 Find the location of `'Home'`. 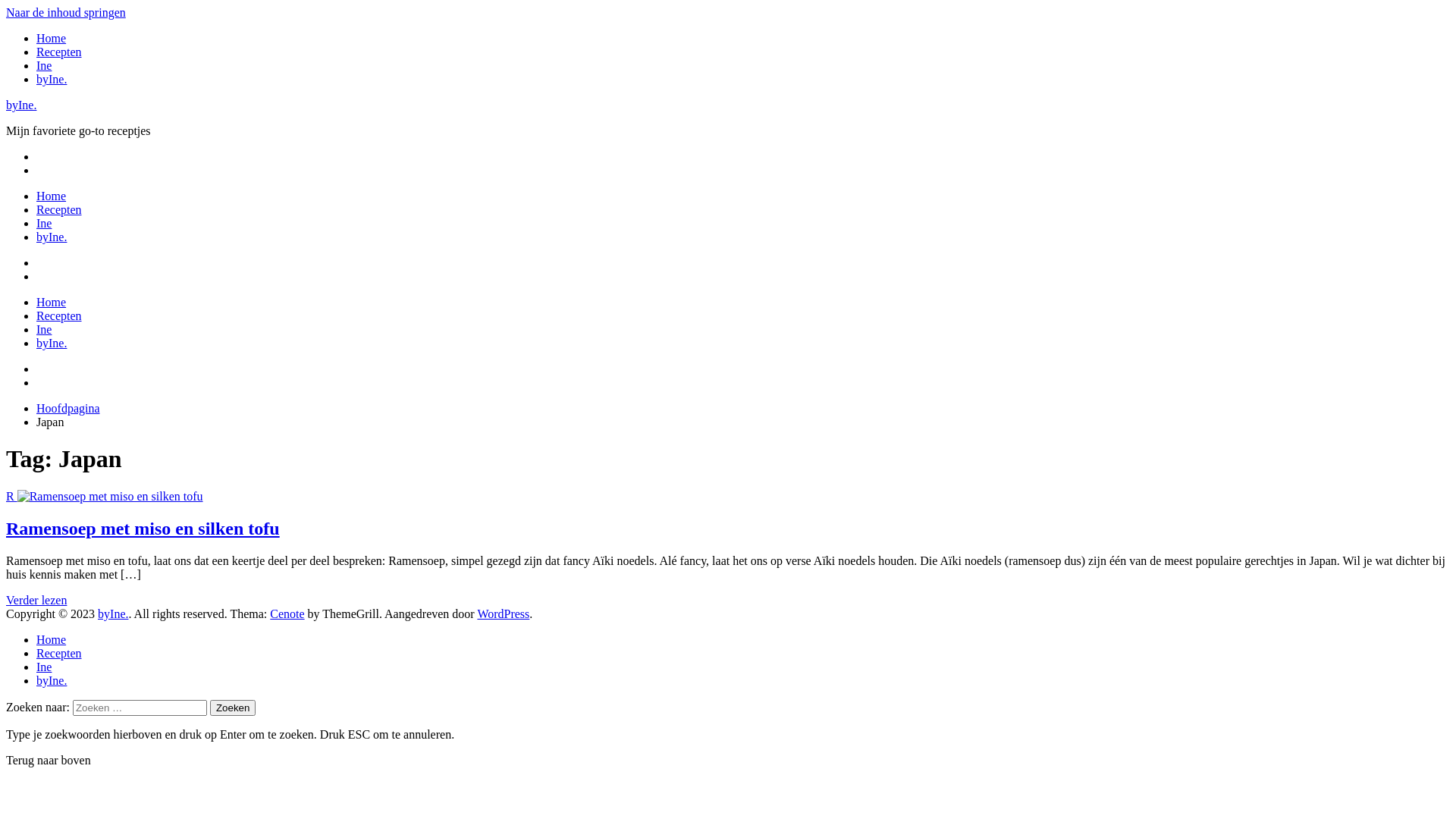

'Home' is located at coordinates (51, 302).